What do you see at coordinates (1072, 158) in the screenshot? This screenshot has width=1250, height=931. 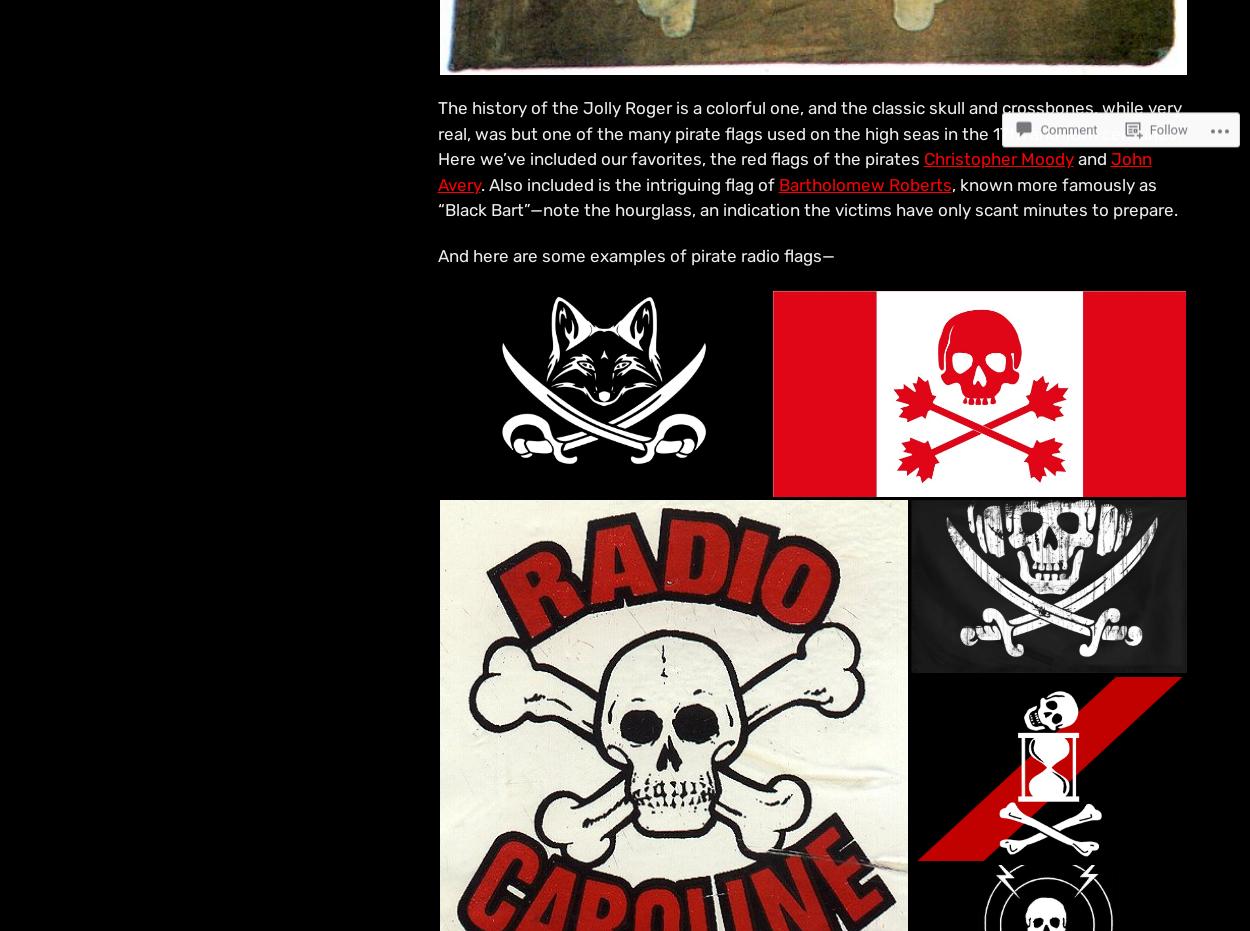 I see `'and'` at bounding box center [1072, 158].